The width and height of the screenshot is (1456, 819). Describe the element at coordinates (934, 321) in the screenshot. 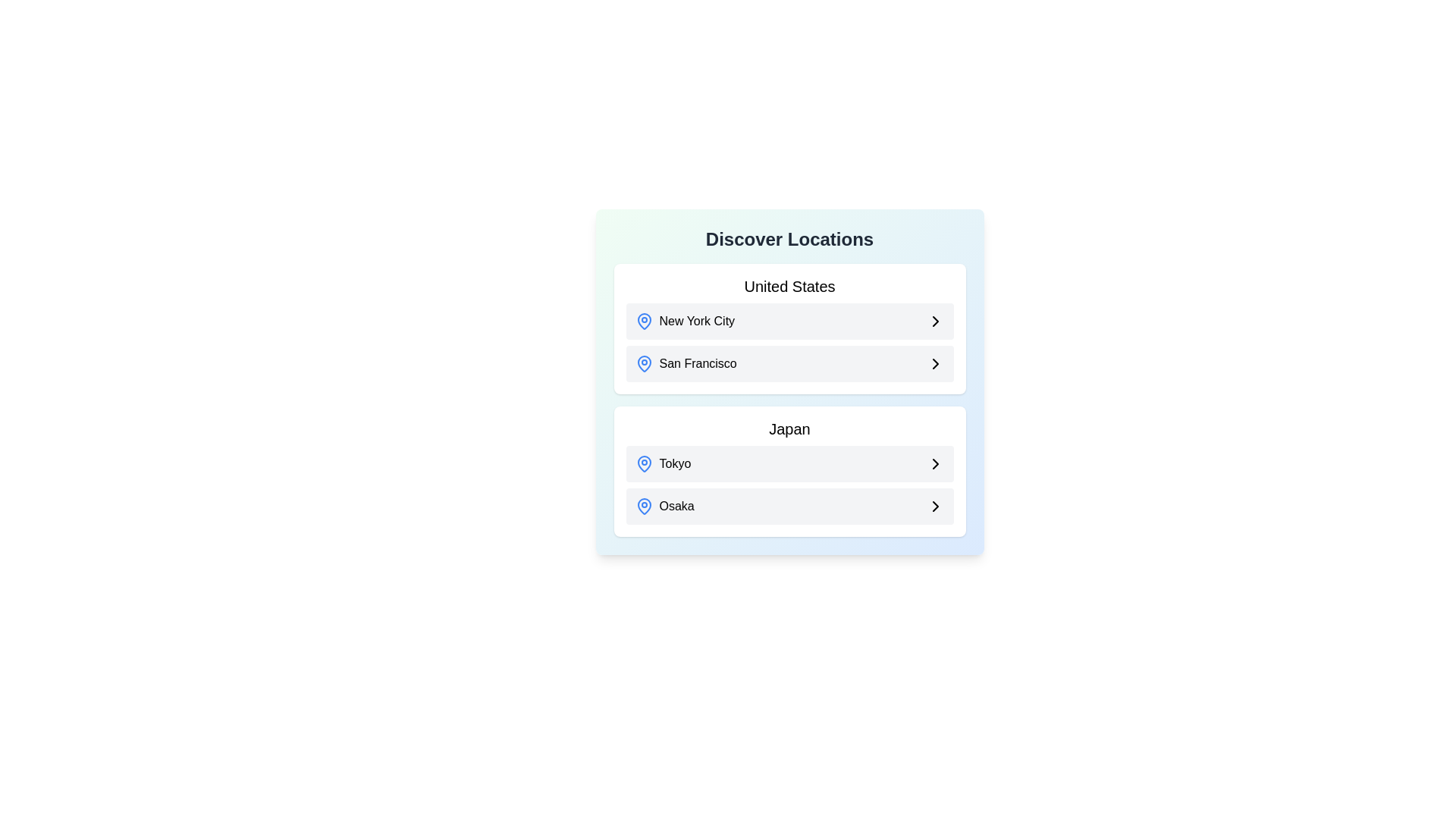

I see `the rightward-pointing chevron arrow icon located near the right edge of the 'New York City' list item within the 'United States' section` at that location.